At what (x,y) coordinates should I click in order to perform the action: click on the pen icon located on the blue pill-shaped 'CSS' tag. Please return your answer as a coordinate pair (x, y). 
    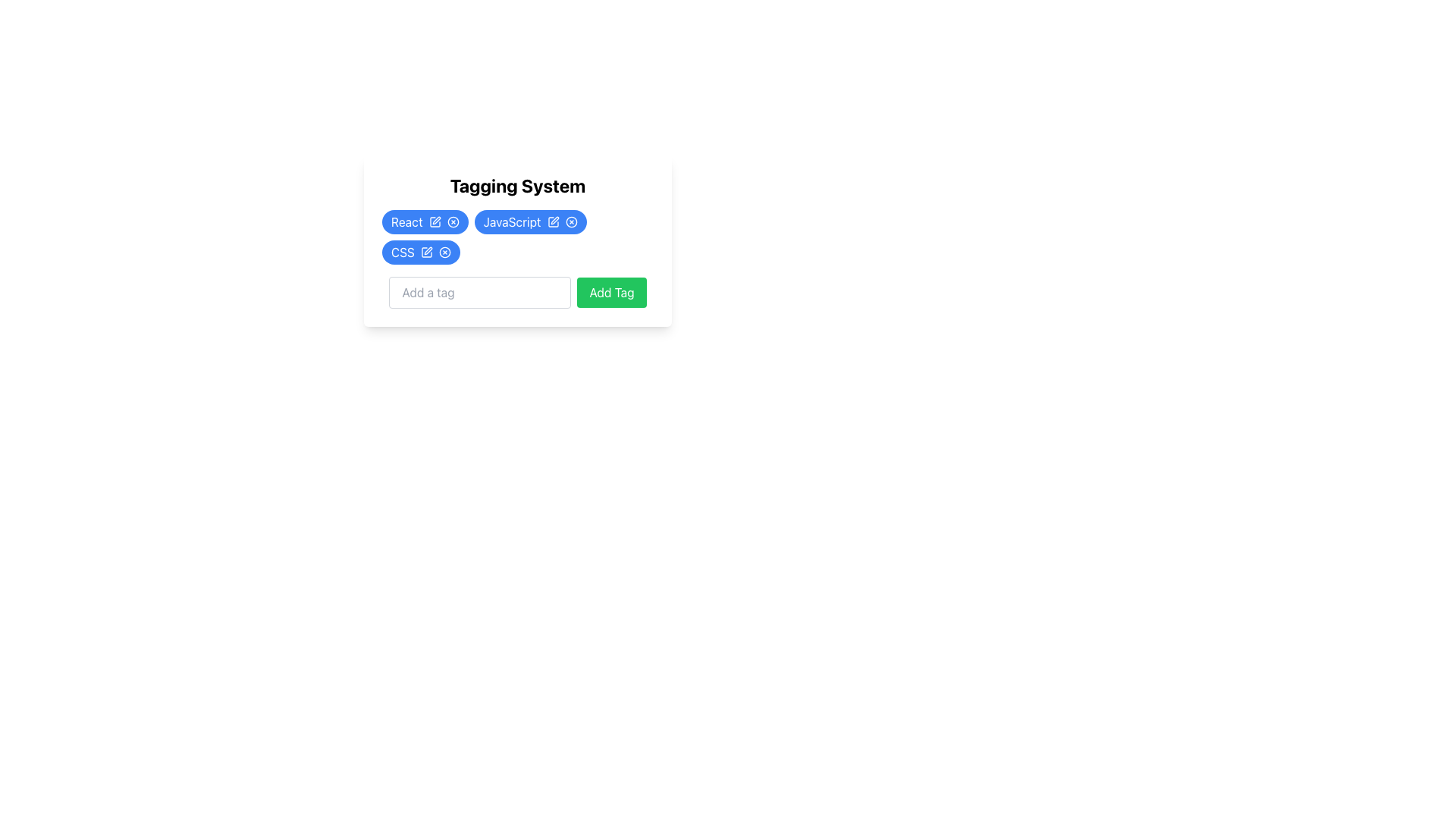
    Looking at the image, I should click on (421, 251).